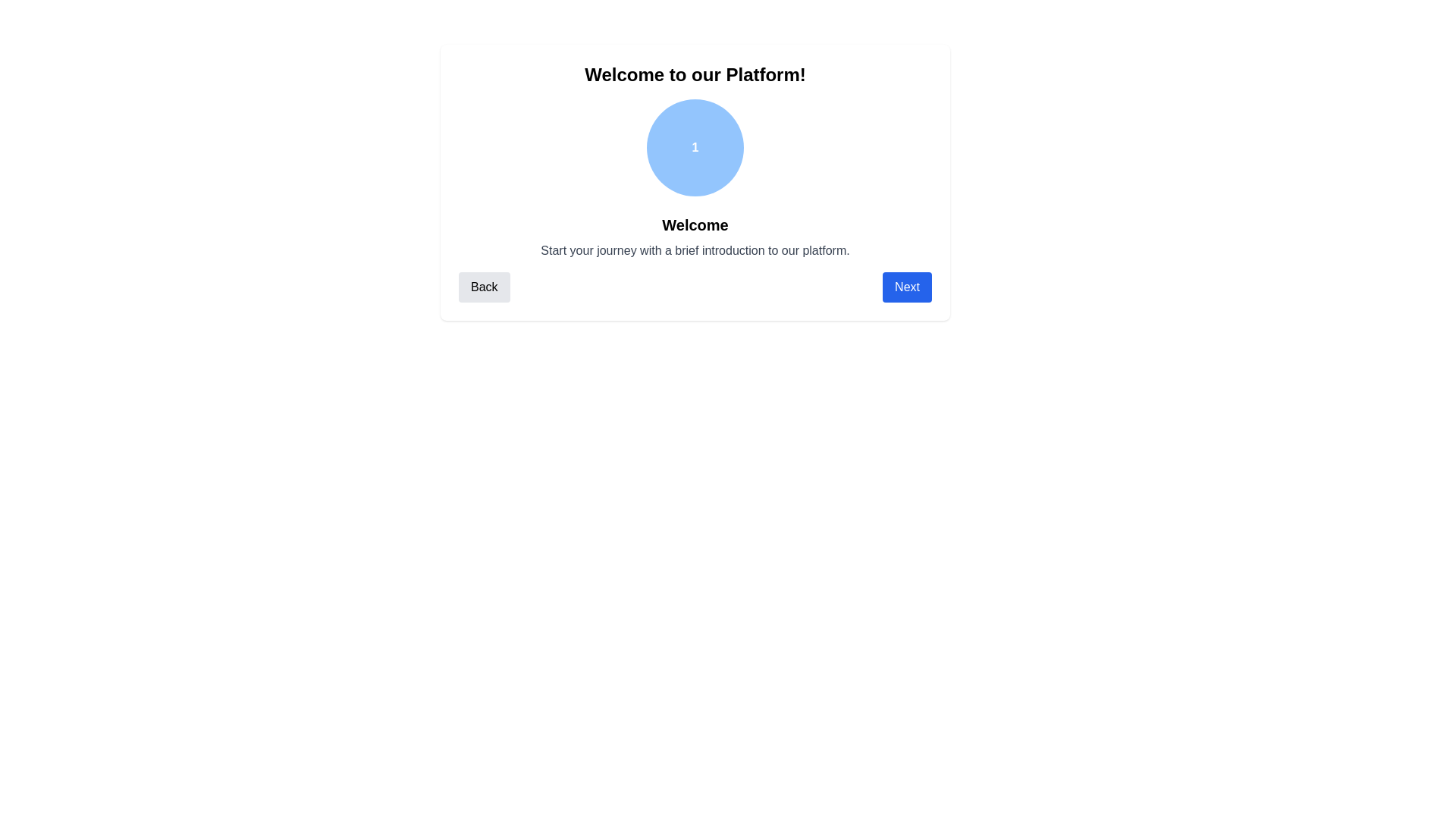 The width and height of the screenshot is (1456, 819). I want to click on the 'Back' button to navigate to the previous step, so click(483, 287).